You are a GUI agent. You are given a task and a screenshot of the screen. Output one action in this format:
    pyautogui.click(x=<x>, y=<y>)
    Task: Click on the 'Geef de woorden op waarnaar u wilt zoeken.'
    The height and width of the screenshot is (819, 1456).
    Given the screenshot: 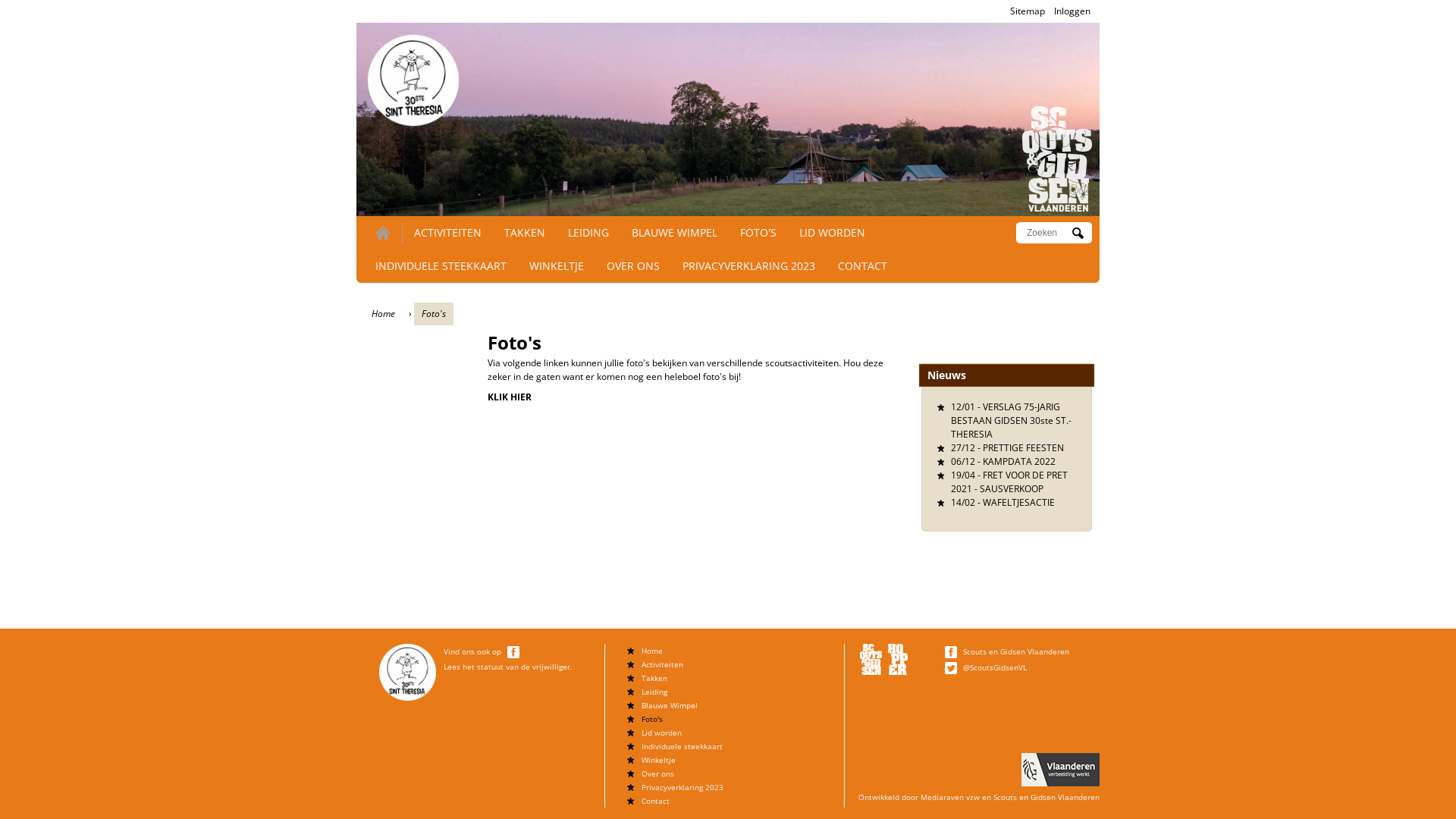 What is the action you would take?
    pyautogui.click(x=1047, y=233)
    